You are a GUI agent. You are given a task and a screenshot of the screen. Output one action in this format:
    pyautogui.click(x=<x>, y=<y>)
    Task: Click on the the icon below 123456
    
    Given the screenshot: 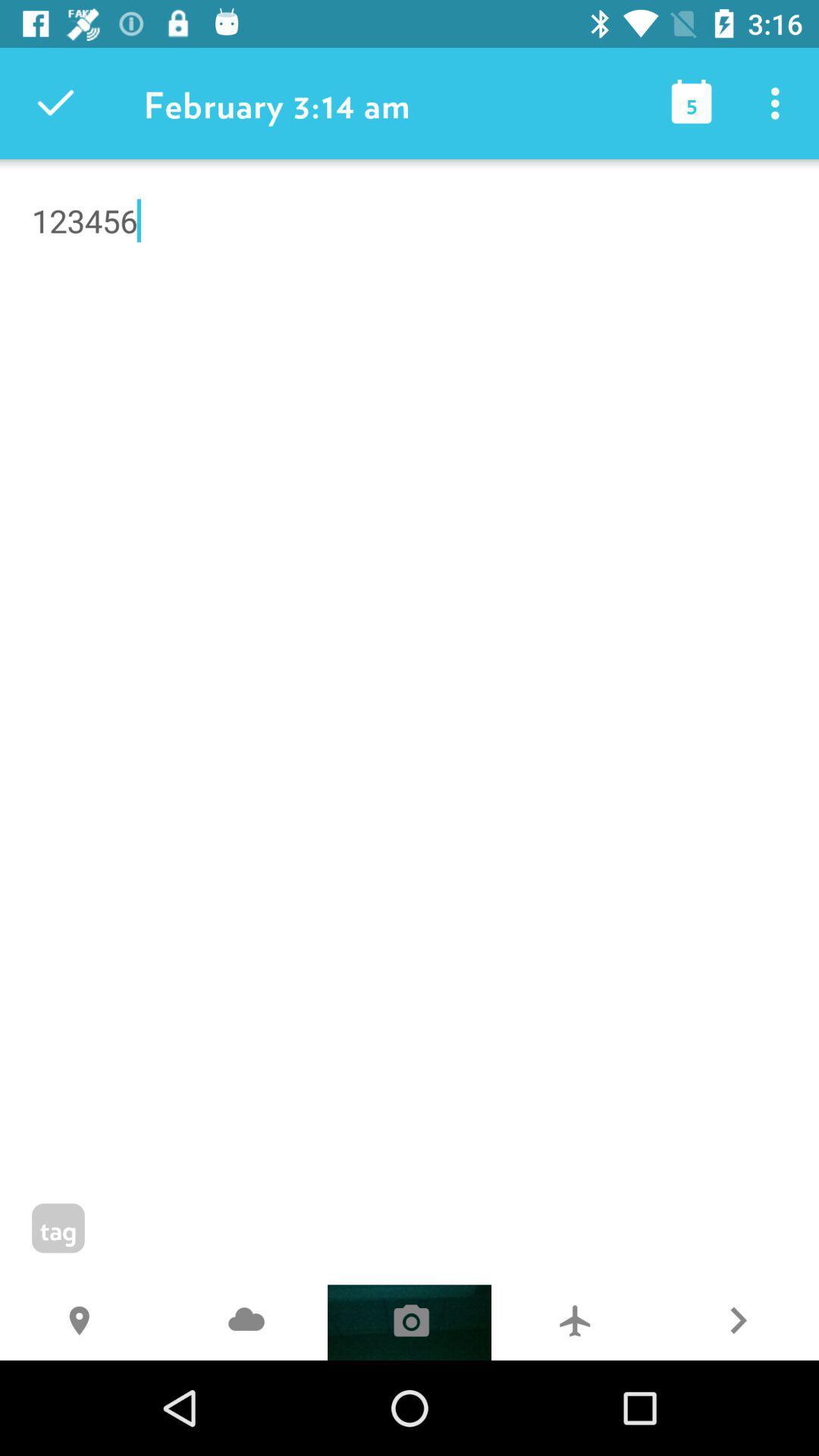 What is the action you would take?
    pyautogui.click(x=573, y=1322)
    